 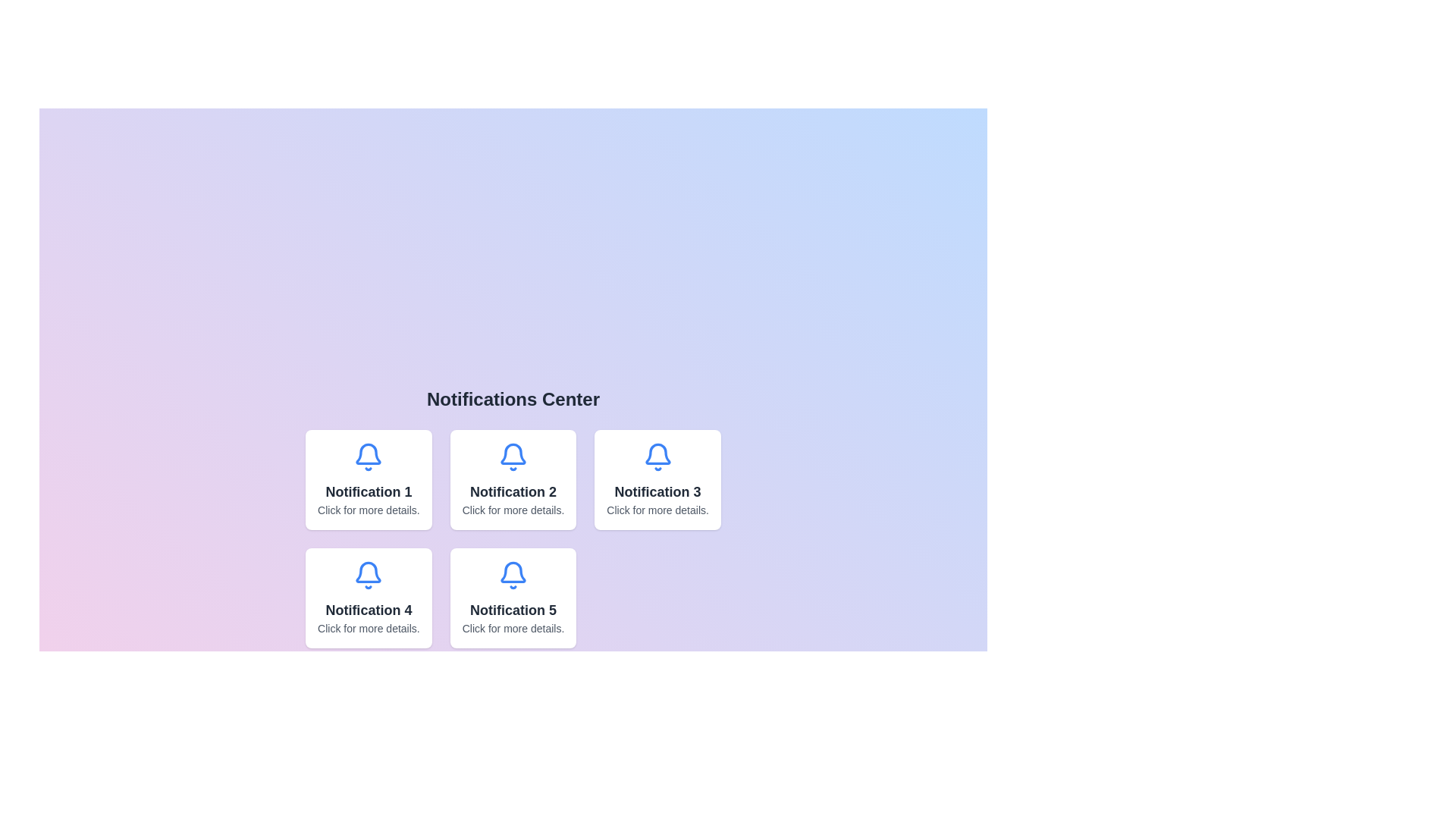 What do you see at coordinates (369, 610) in the screenshot?
I see `the text label that contains 'Notification 4', styled in bold, located in the bottom-left of the two-row layout, positioned under a bell icon and above 'Click for more details.'` at bounding box center [369, 610].